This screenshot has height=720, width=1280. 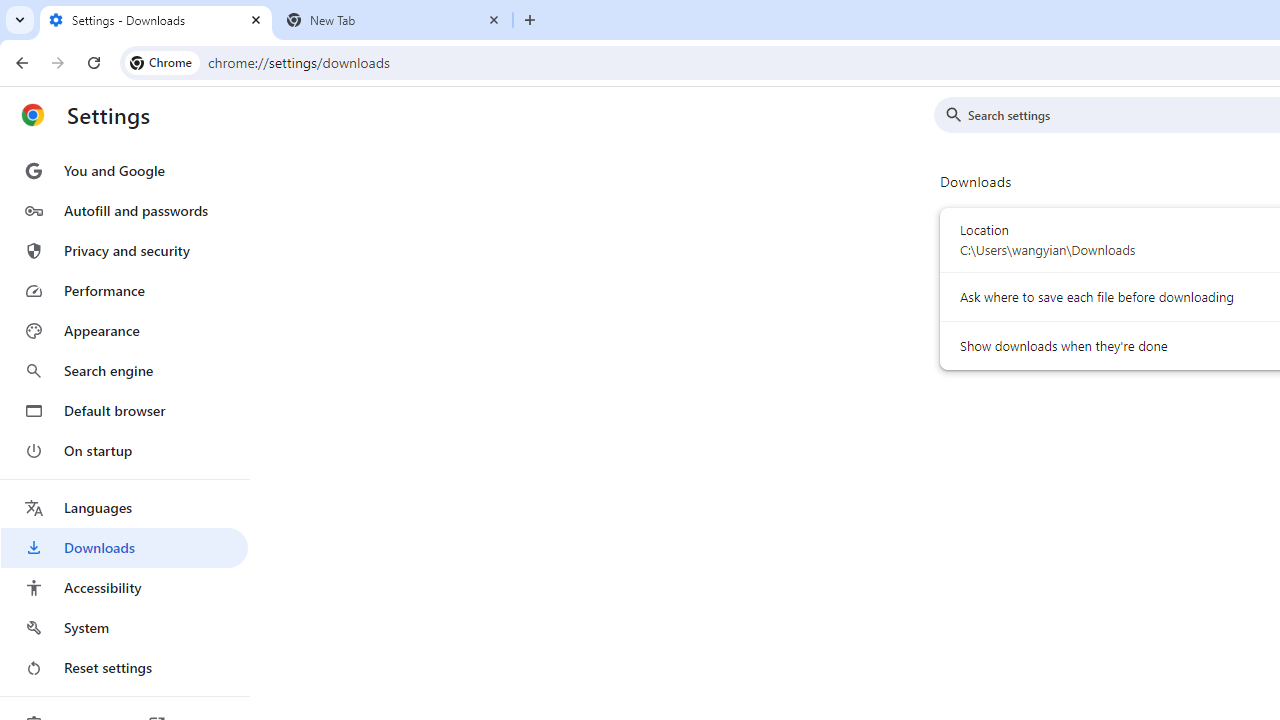 I want to click on 'Forward', so click(x=58, y=61).